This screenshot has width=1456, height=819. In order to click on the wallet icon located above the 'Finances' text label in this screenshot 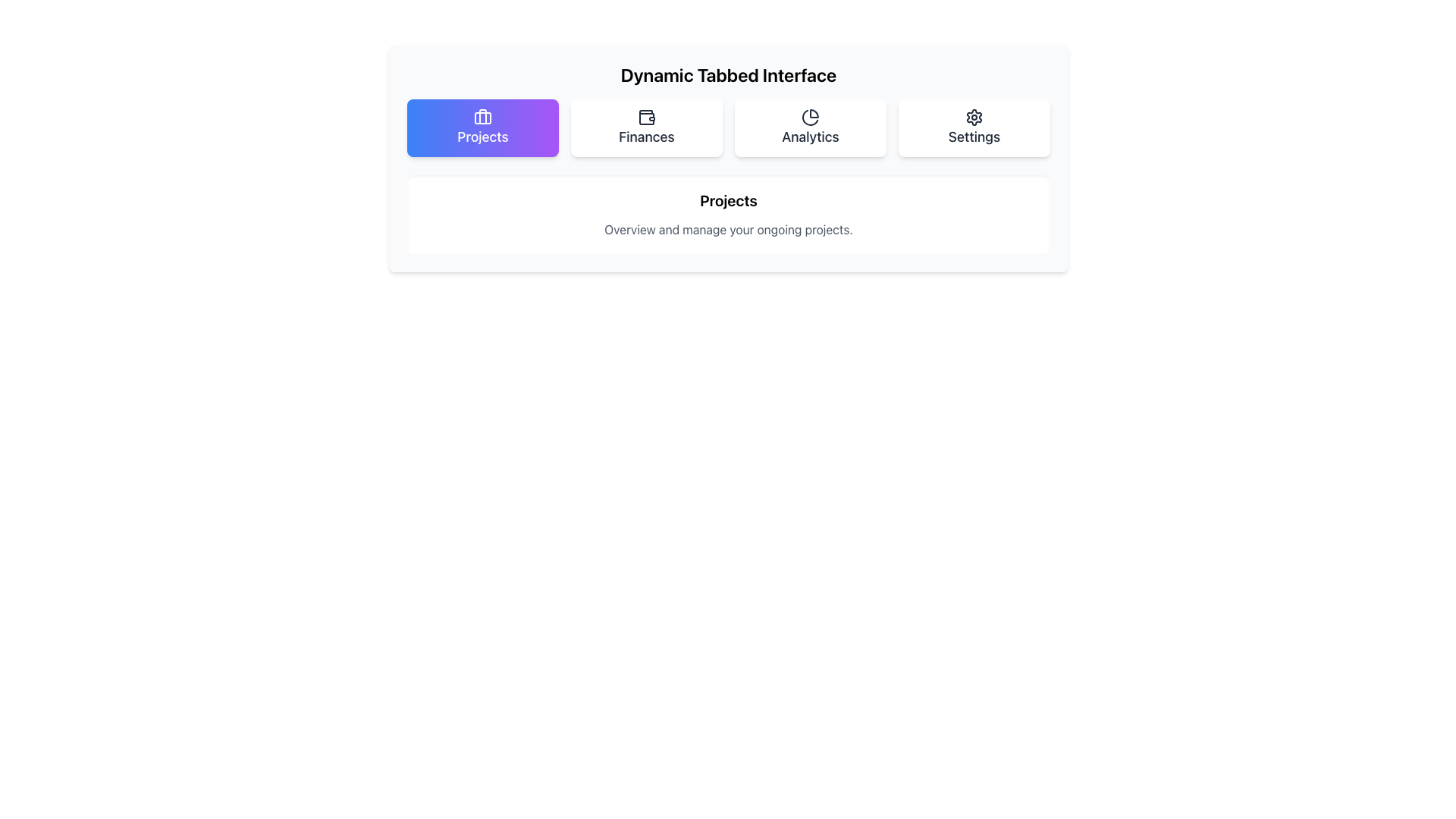, I will do `click(647, 116)`.